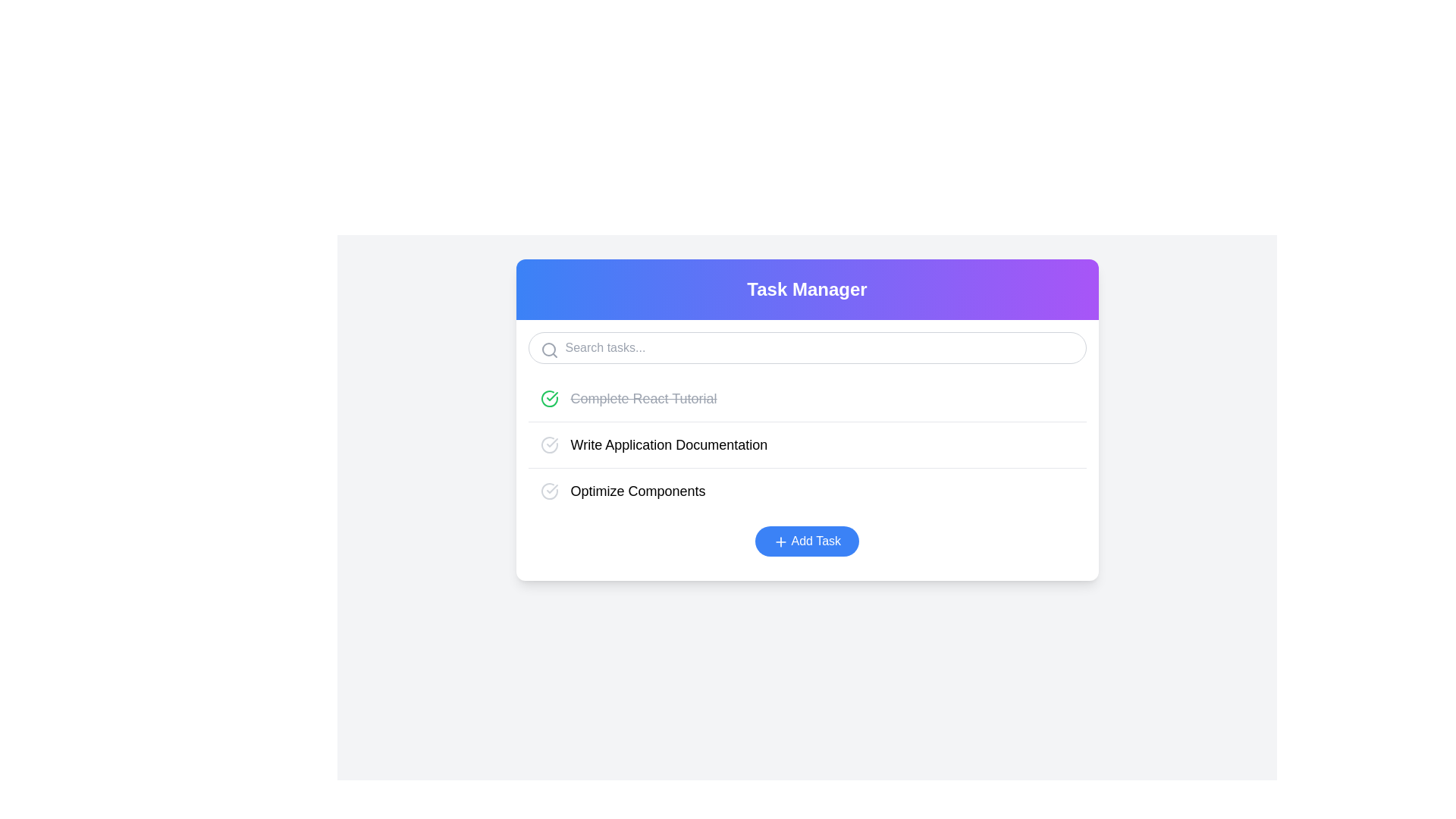 This screenshot has height=819, width=1456. Describe the element at coordinates (548, 350) in the screenshot. I see `the small gray magnifying glass icon located on the left side of the 'Search tasks...' input field in the header section of the task management interface` at that location.